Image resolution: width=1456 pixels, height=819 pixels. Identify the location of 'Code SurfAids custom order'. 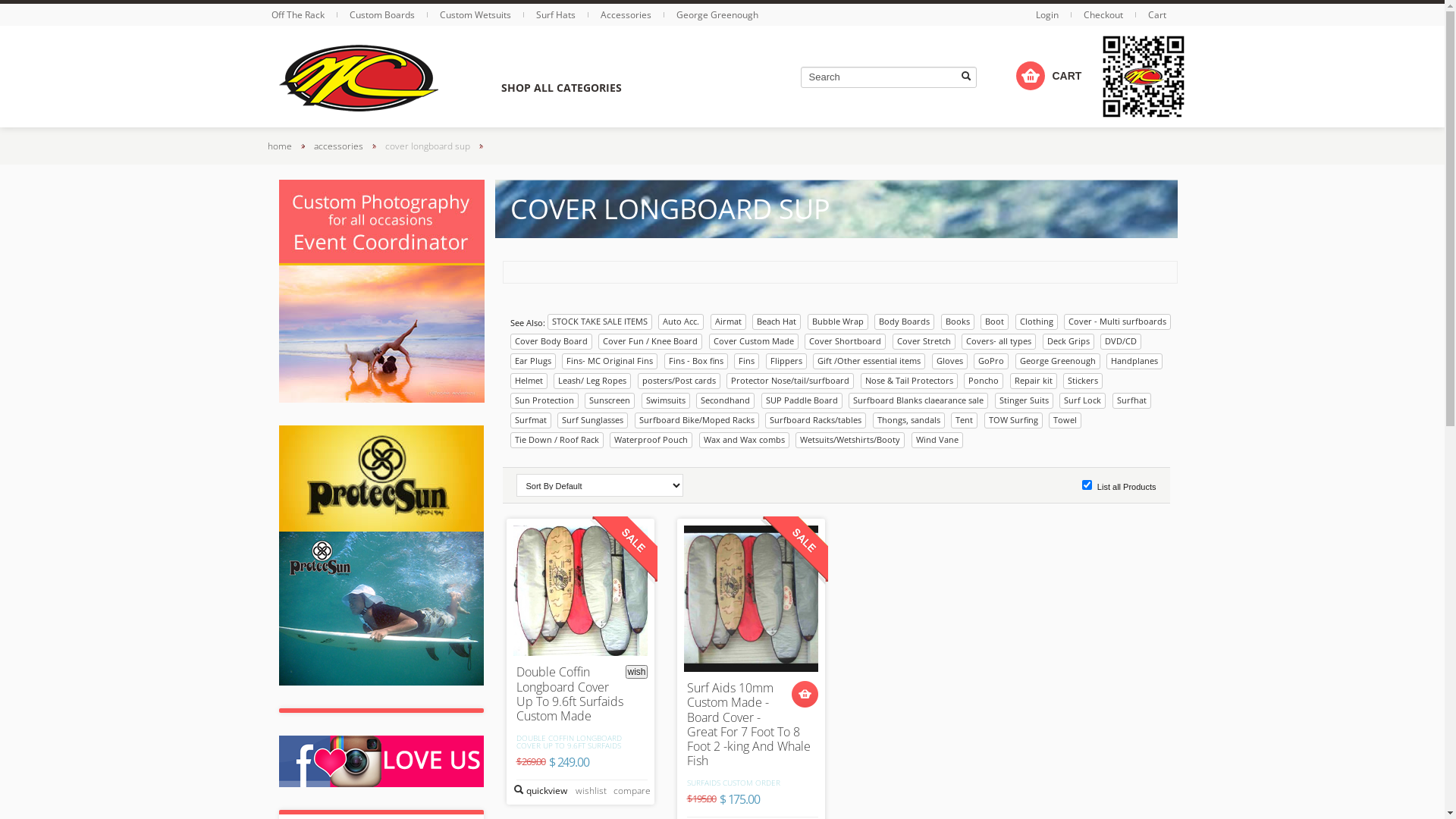
(683, 598).